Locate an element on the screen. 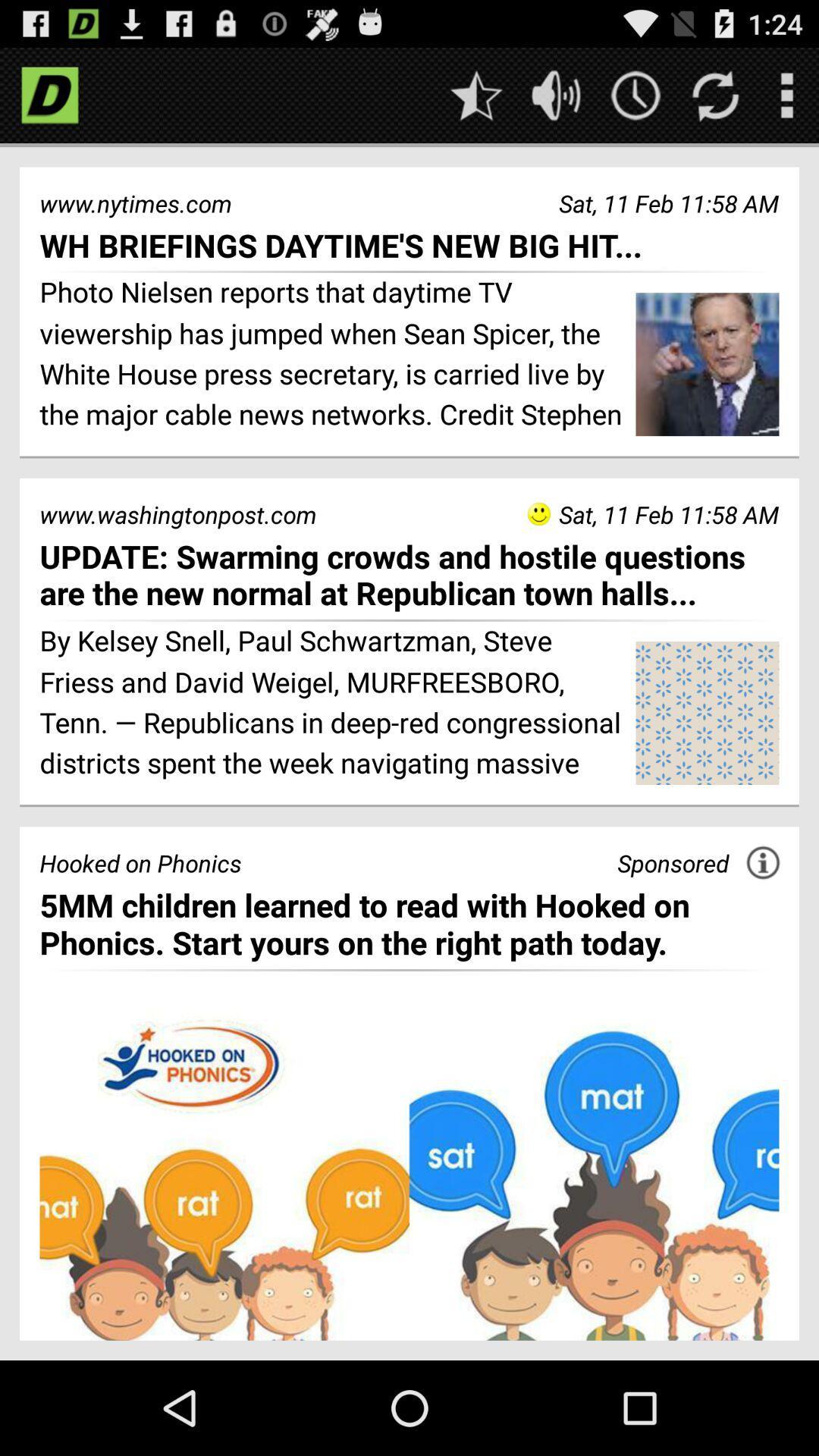 The height and width of the screenshot is (1456, 819). the icon to the right of the www.washingtonpost.com item is located at coordinates (538, 513).